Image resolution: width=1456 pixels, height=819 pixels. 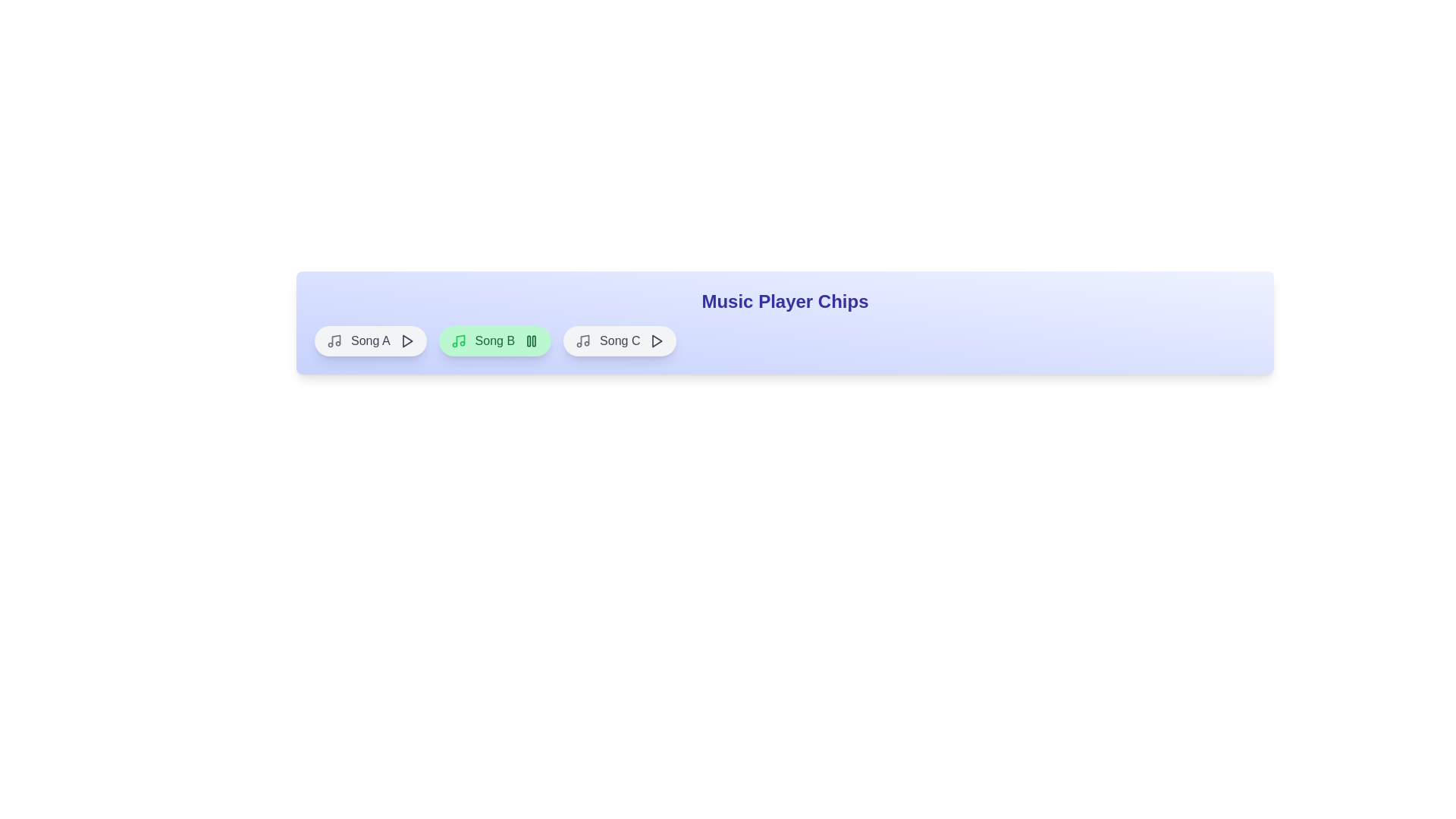 What do you see at coordinates (370, 341) in the screenshot?
I see `the song chip corresponding to Song A to toggle its play/pause state` at bounding box center [370, 341].